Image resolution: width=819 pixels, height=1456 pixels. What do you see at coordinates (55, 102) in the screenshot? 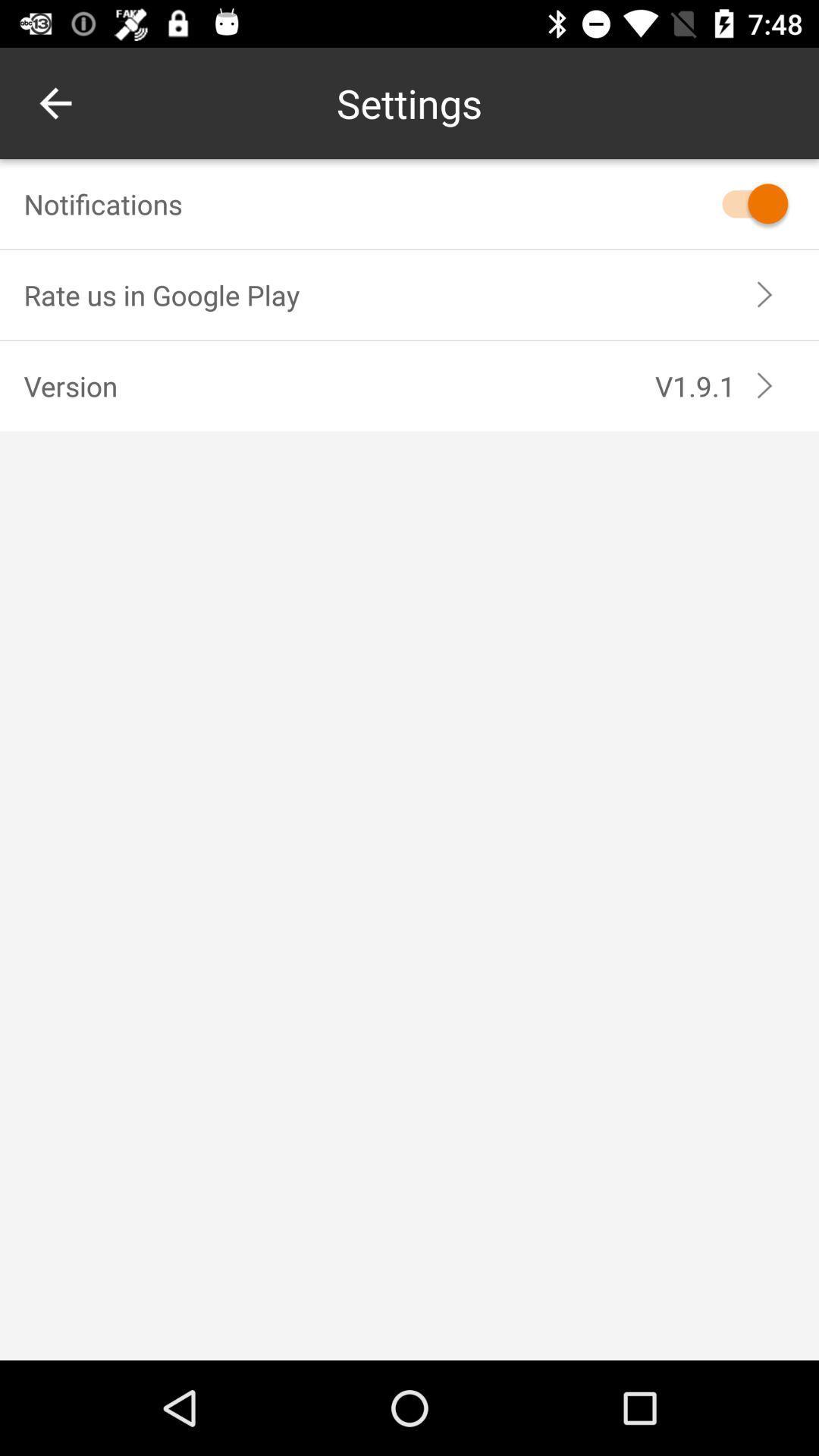
I see `the item next to the settings item` at bounding box center [55, 102].